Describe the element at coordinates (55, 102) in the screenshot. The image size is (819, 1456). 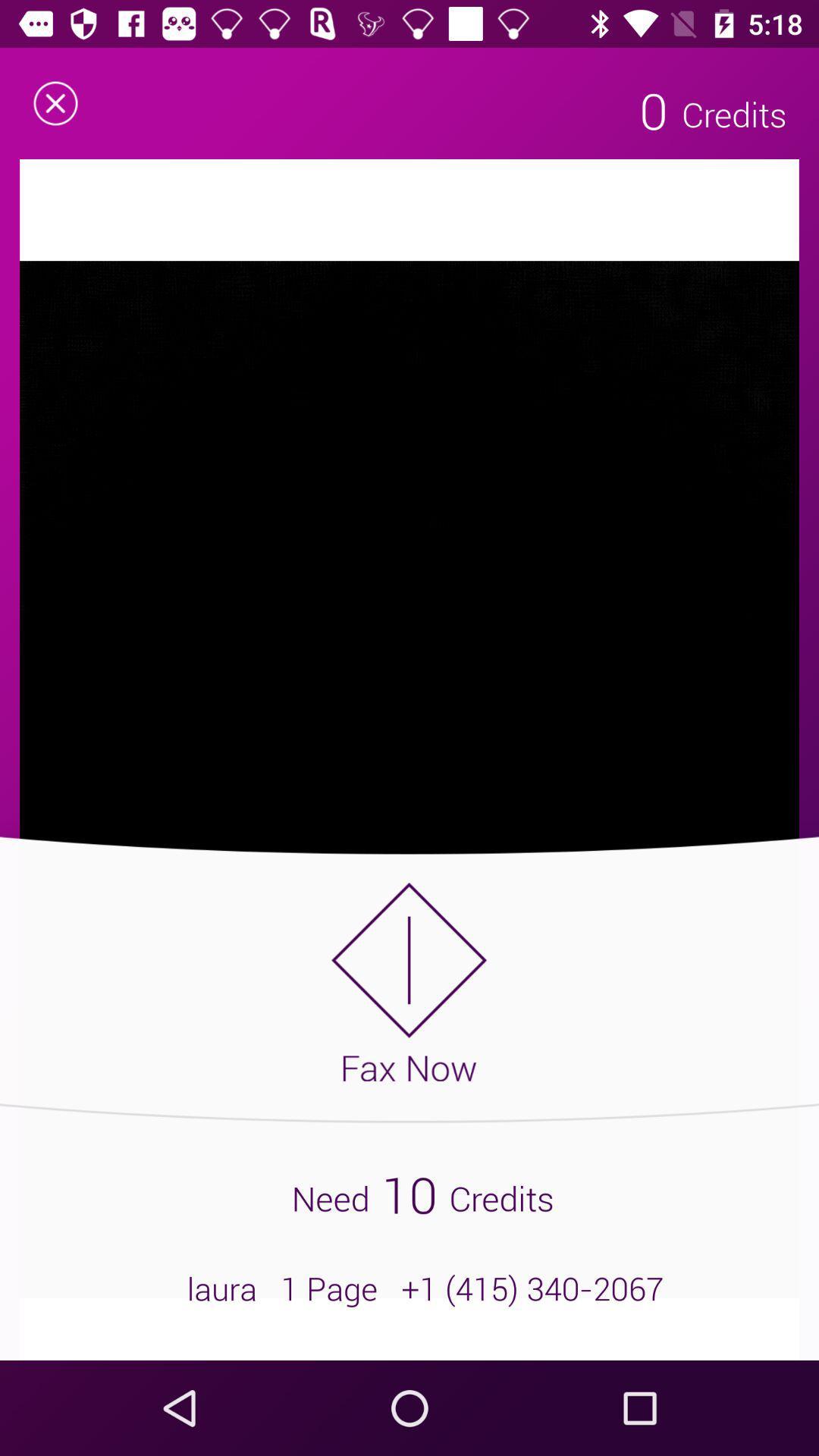
I see `the close icon` at that location.